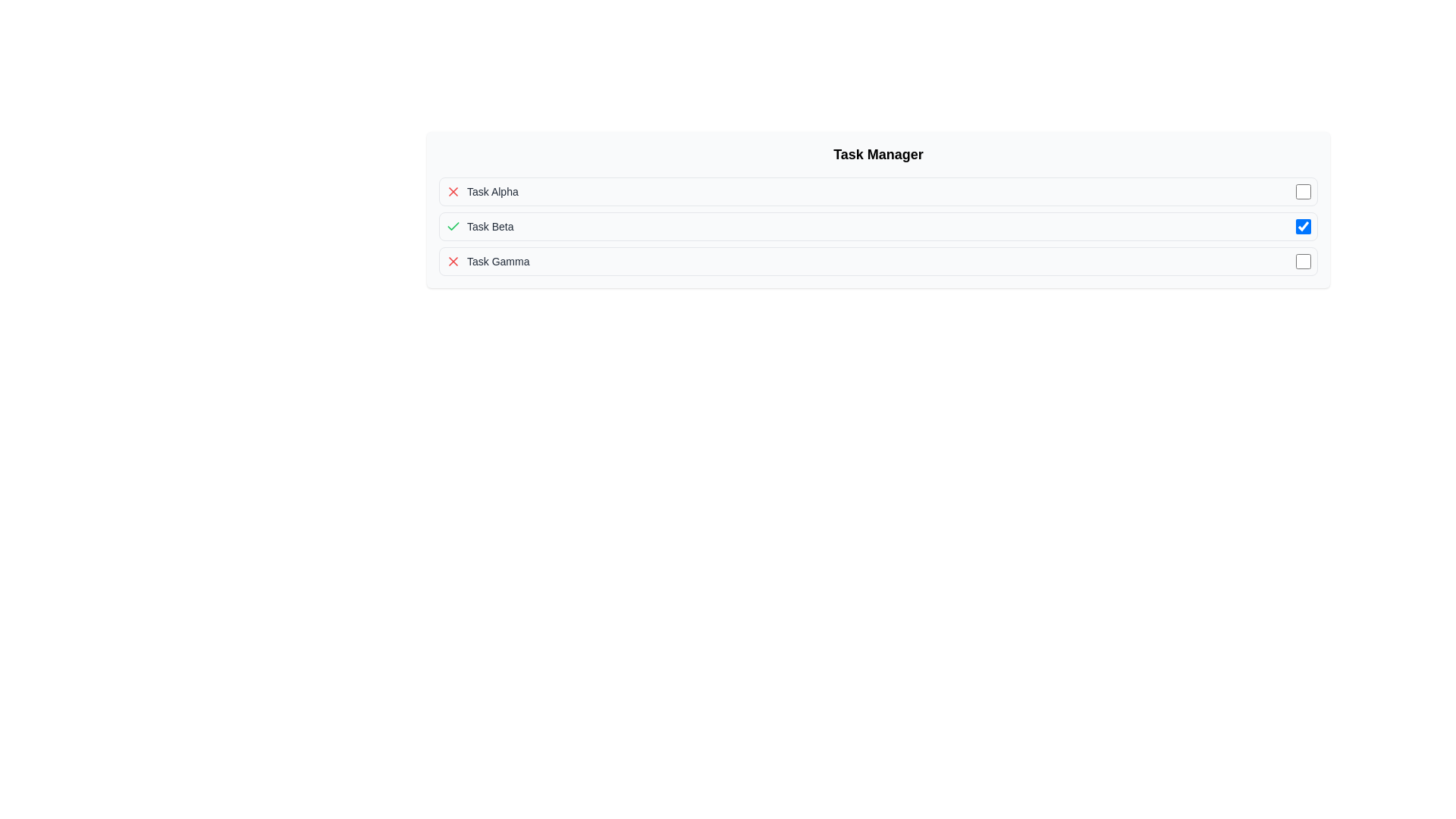 This screenshot has width=1456, height=819. I want to click on the task Task Gamma, so click(878, 260).